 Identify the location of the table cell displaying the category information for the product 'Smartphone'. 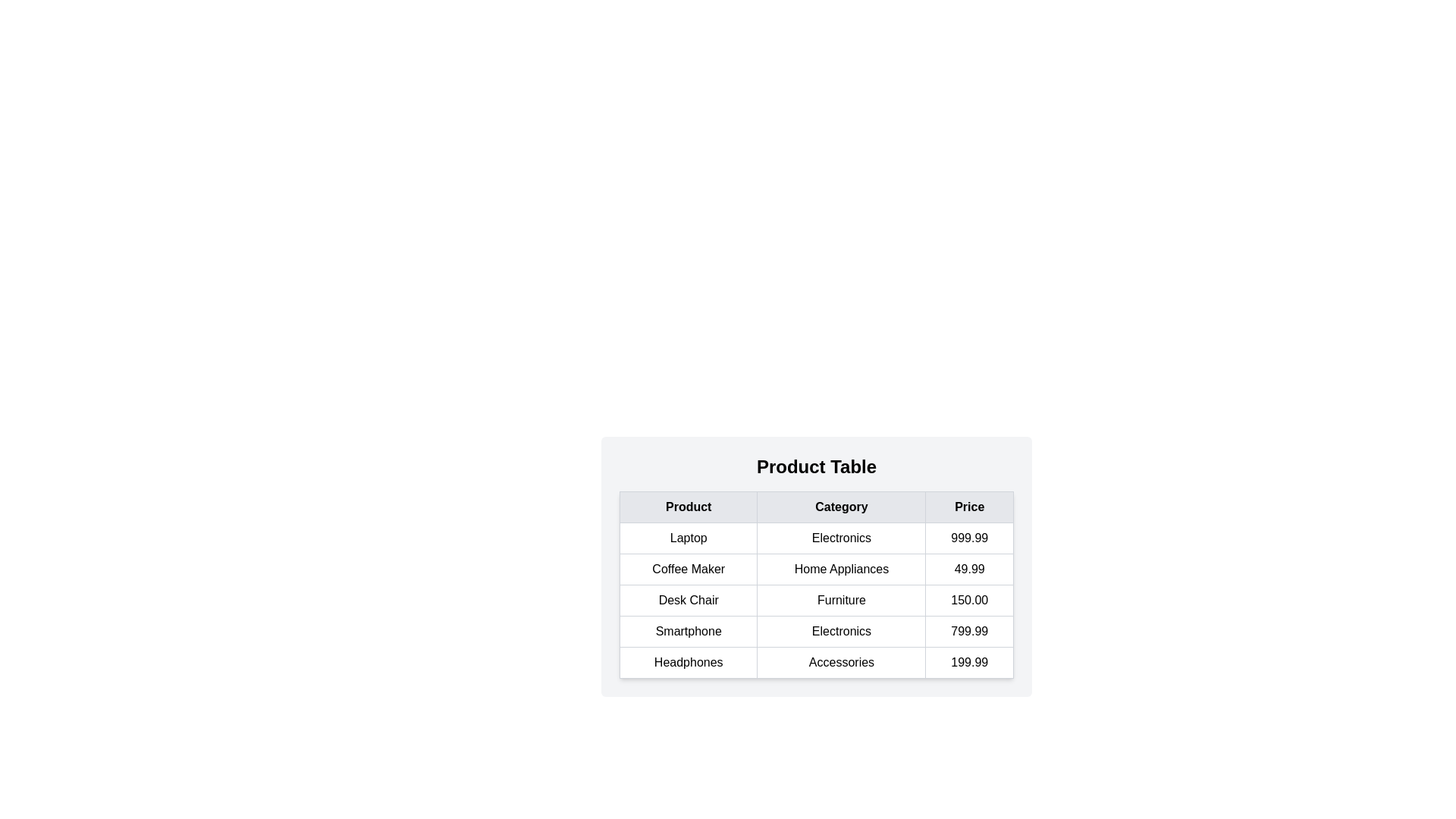
(840, 632).